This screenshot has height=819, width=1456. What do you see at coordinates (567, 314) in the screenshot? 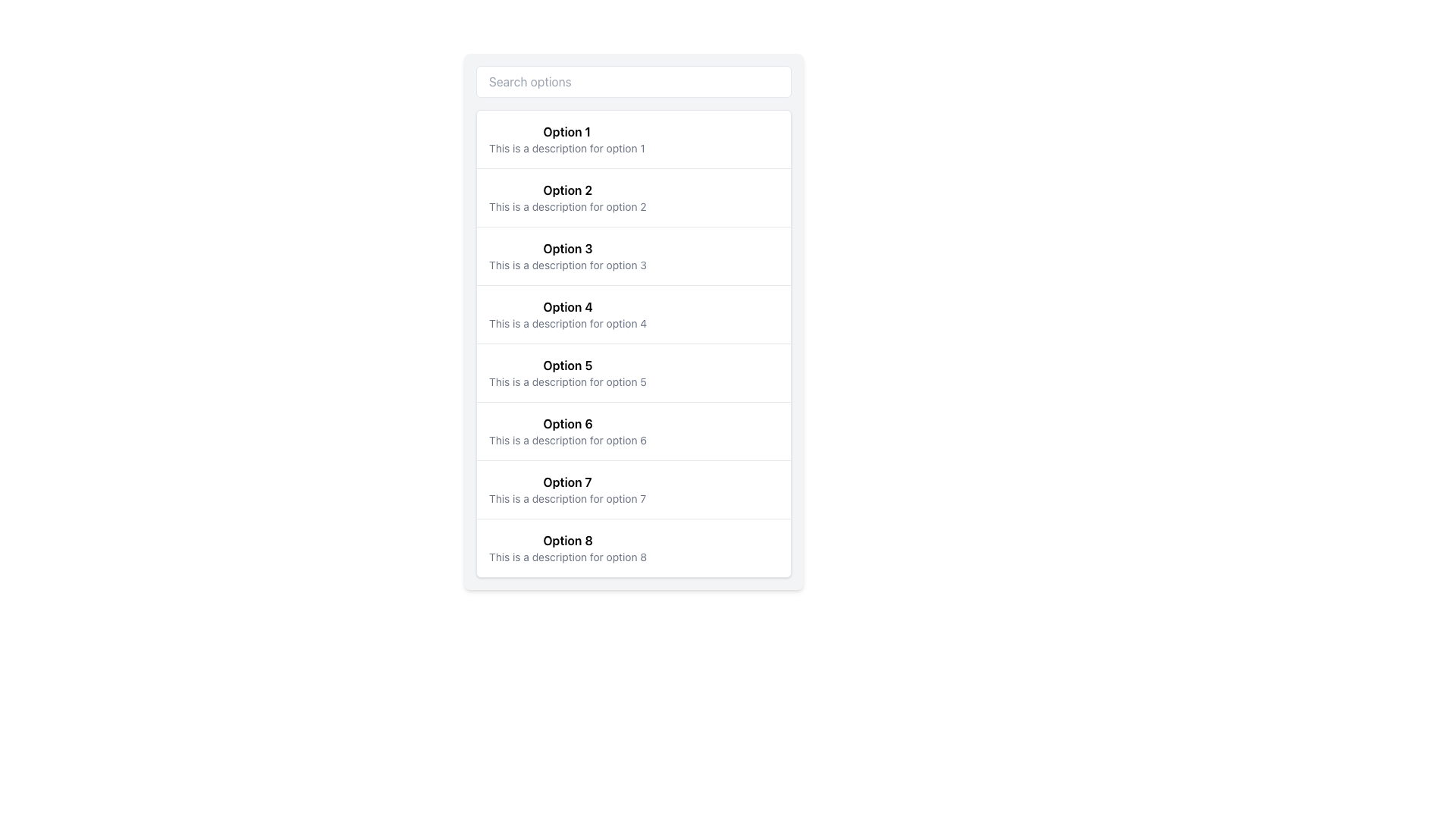
I see `the list item labeled 'Option 4'` at bounding box center [567, 314].